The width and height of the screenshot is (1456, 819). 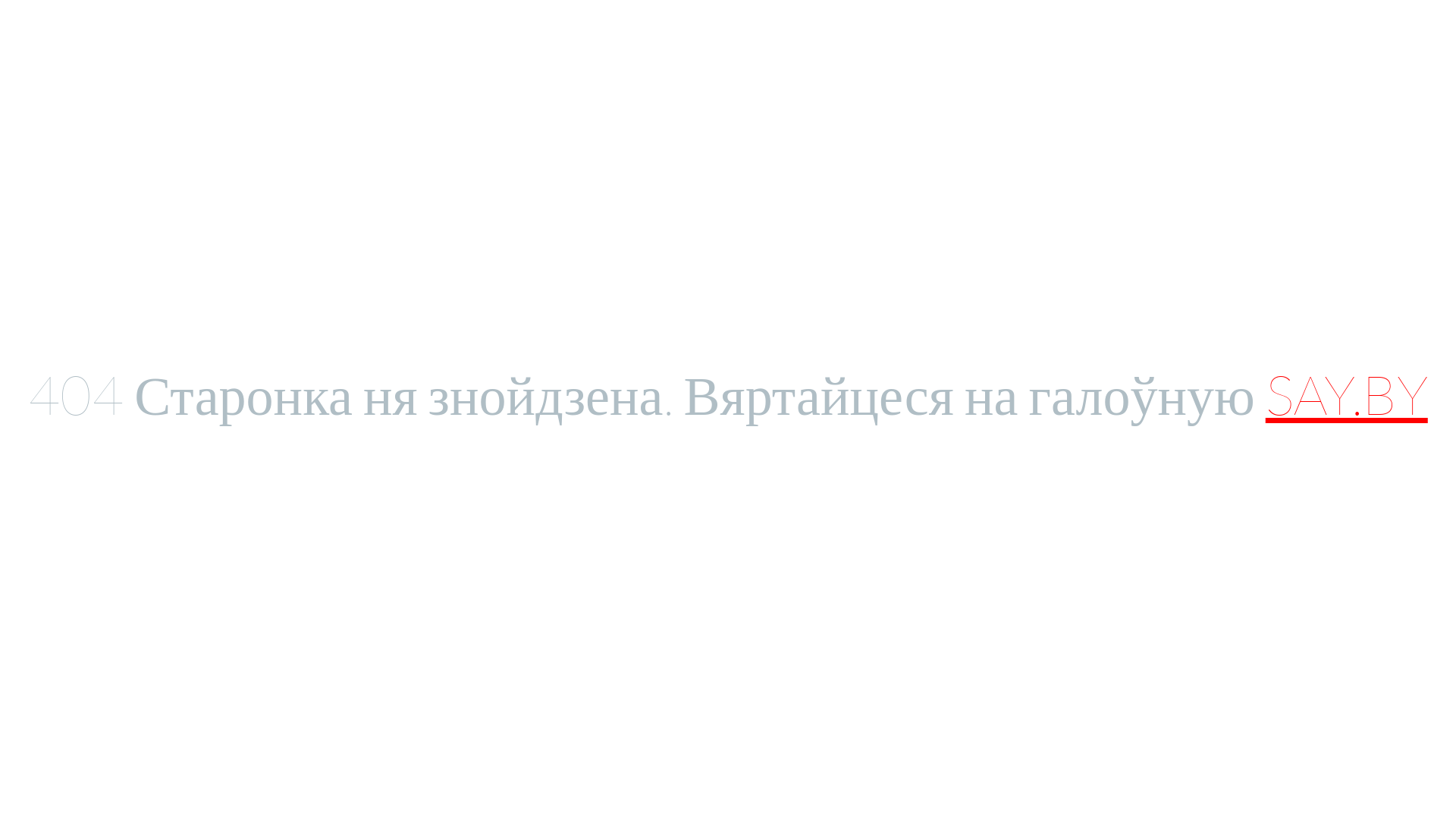 What do you see at coordinates (1347, 393) in the screenshot?
I see `'SAY.BY'` at bounding box center [1347, 393].